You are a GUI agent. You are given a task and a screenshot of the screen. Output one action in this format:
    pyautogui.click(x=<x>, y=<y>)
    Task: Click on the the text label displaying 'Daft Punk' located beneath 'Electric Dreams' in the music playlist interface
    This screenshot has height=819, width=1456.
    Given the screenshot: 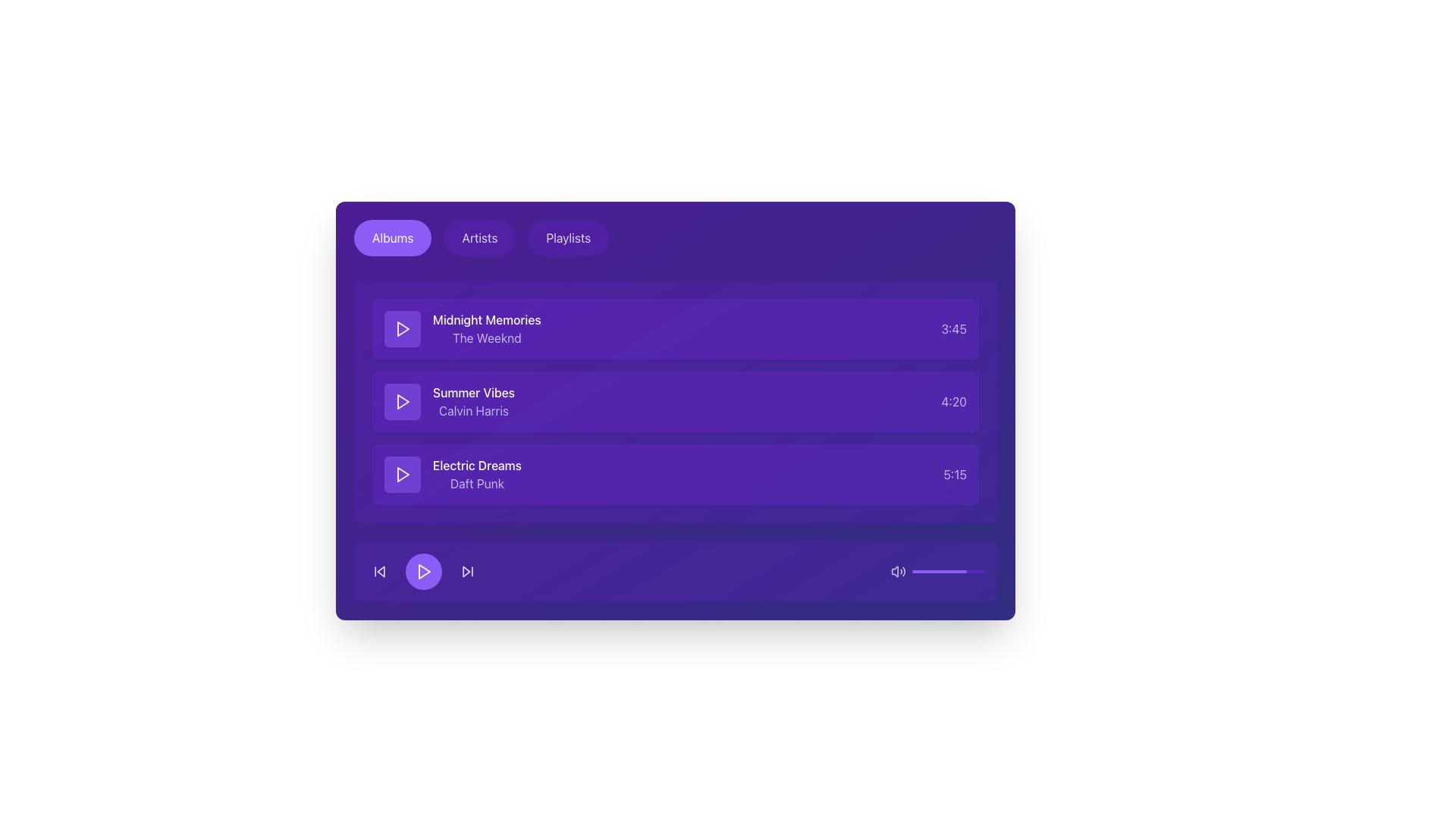 What is the action you would take?
    pyautogui.click(x=476, y=483)
    